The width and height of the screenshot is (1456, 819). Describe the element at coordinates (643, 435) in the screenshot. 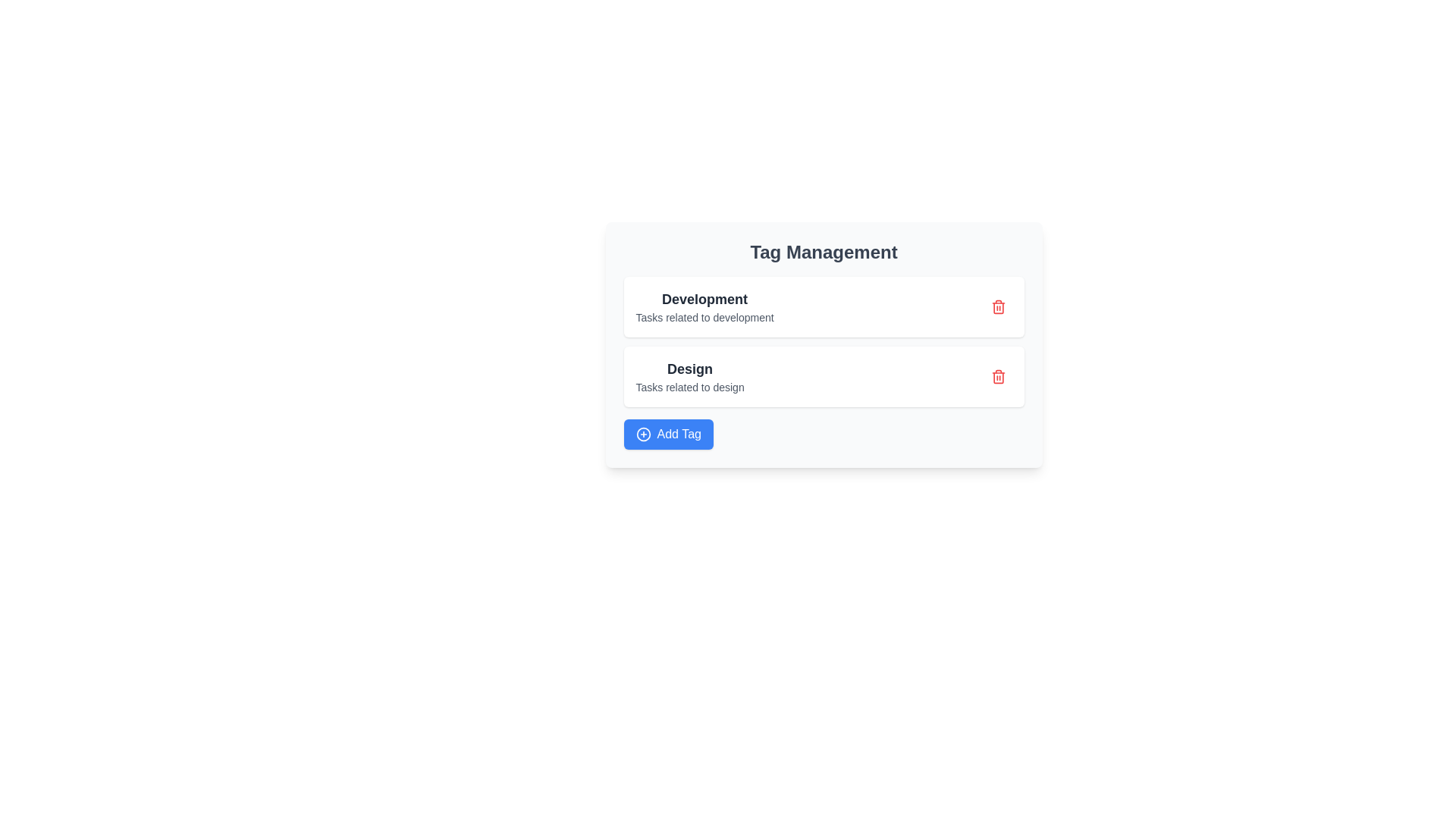

I see `the SVG Circle that is part of the icon indicating the action related to adding a tag, located to the left of the 'Add Tag' button in the Tag Management interface` at that location.